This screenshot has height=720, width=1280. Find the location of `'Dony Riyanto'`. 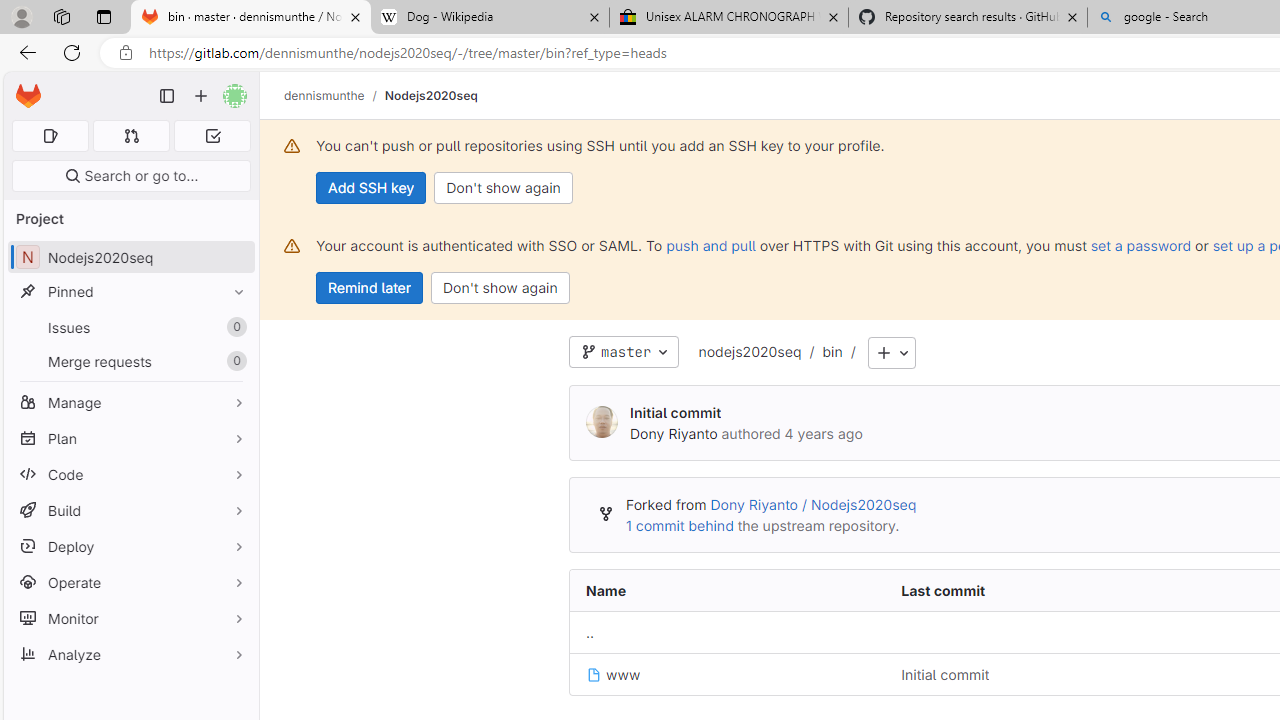

'Dony Riyanto' is located at coordinates (601, 422).